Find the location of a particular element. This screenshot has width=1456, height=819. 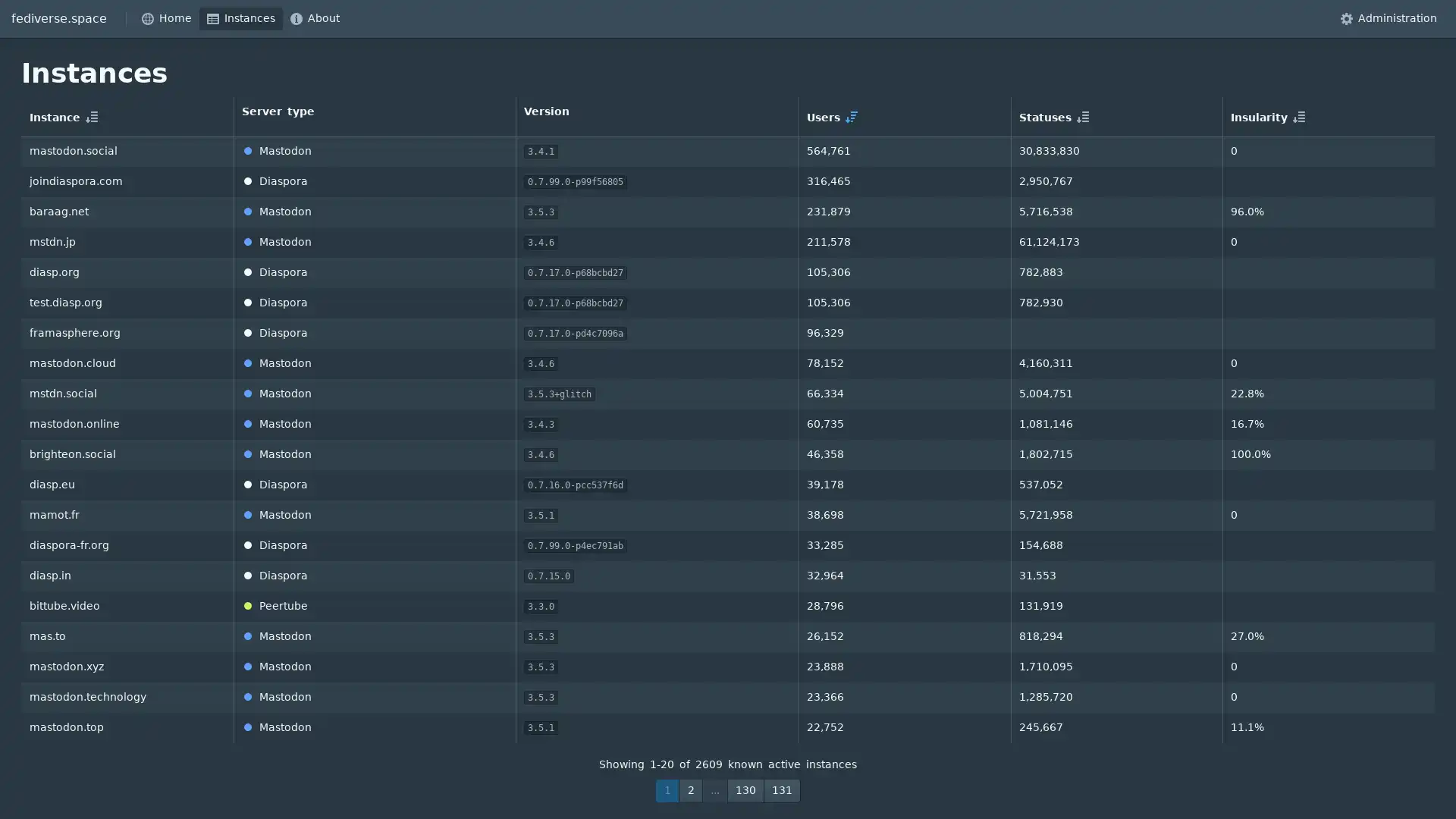

131 is located at coordinates (782, 789).